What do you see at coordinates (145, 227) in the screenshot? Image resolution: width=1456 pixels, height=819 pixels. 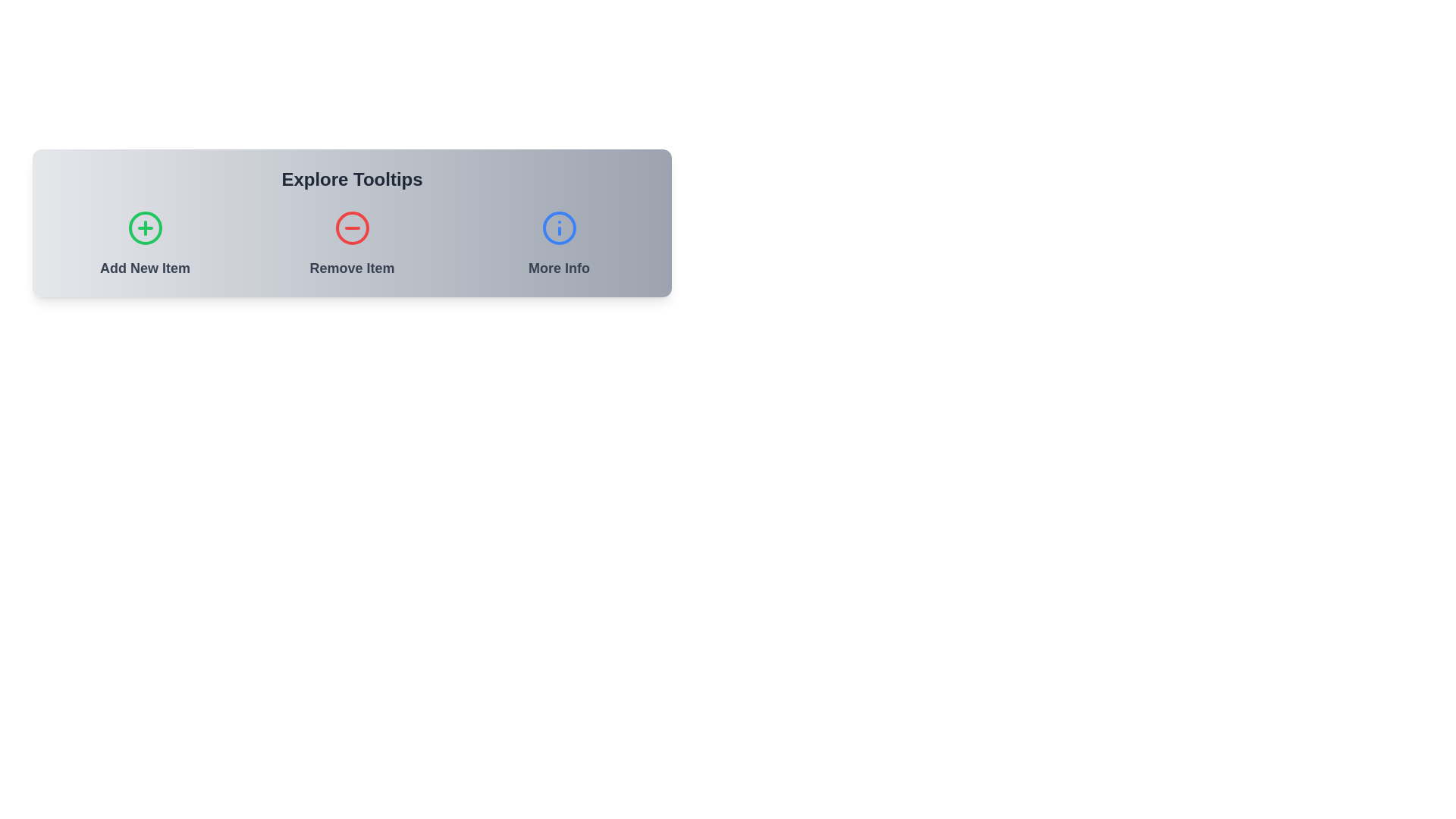 I see `the green circular shape that is the central figure of the 'Add New Item' icon button, which is the leftmost icon in a row of three icons` at bounding box center [145, 227].